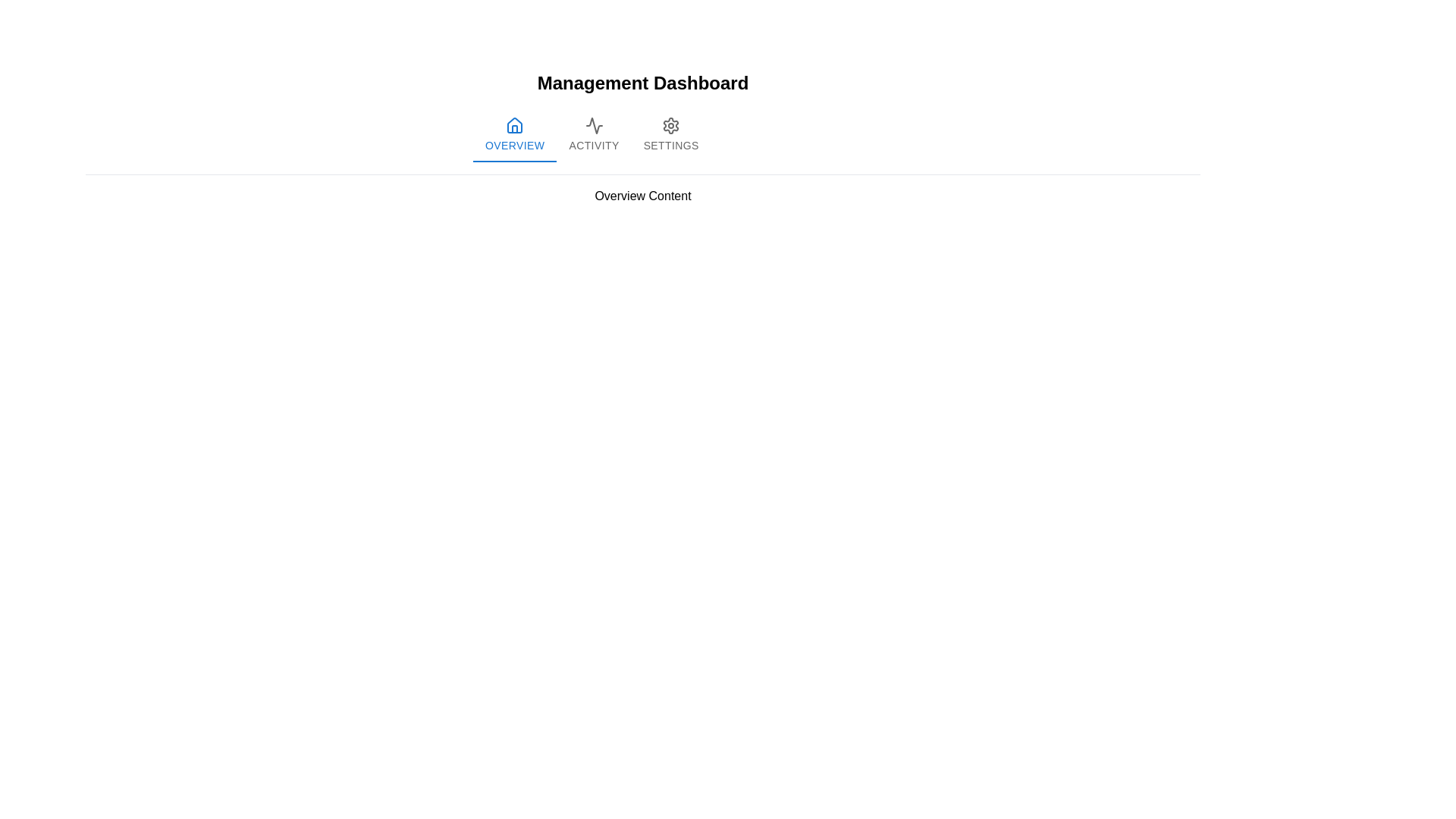 The width and height of the screenshot is (1456, 819). I want to click on the home icon located at the top left of the navigation row, so click(515, 124).